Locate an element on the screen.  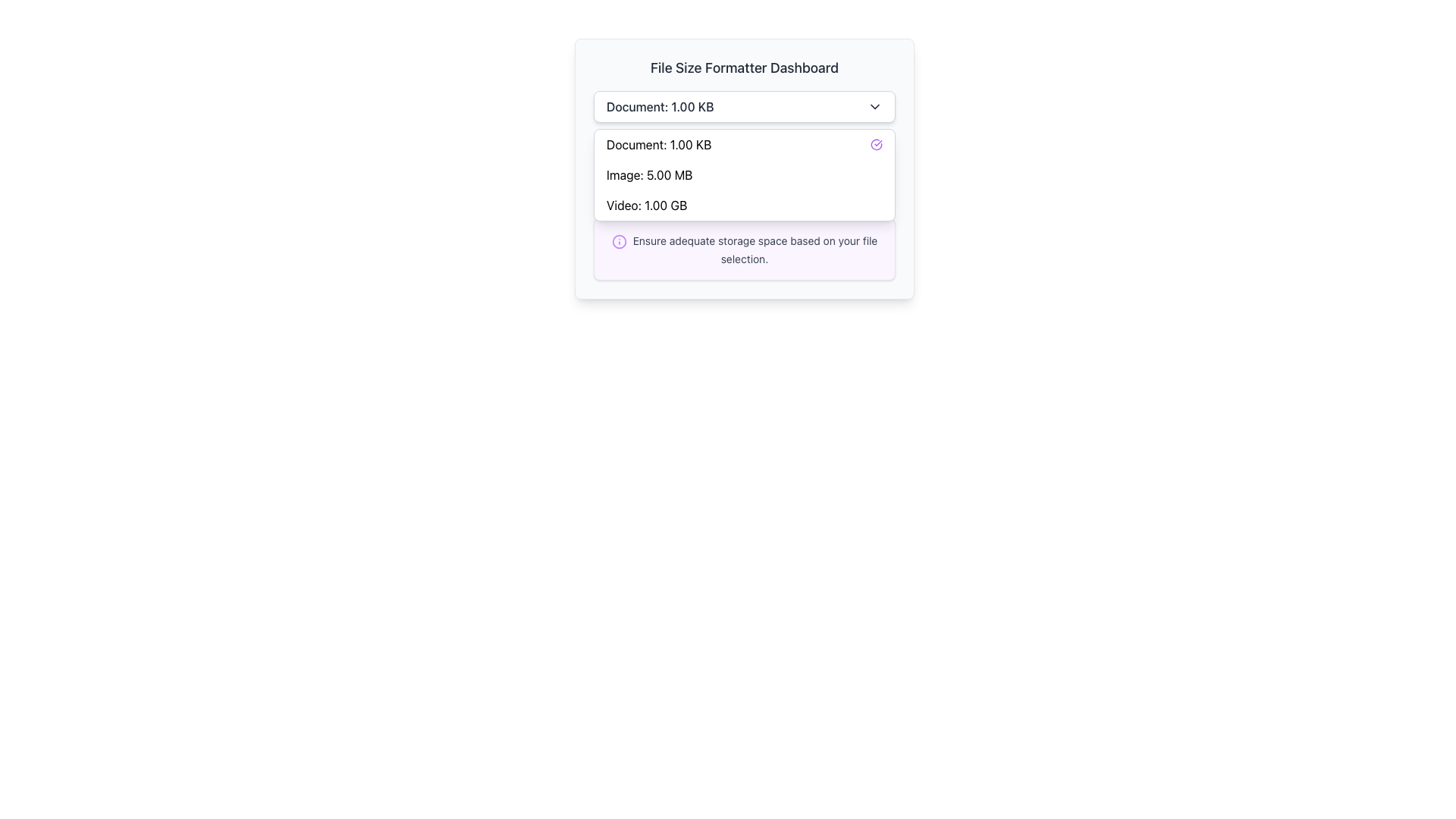
the circular informational icon with a purple outline located in the top-left corner of the message box containing the text 'Ensure adequate storage space based on your file selection.' is located at coordinates (619, 240).